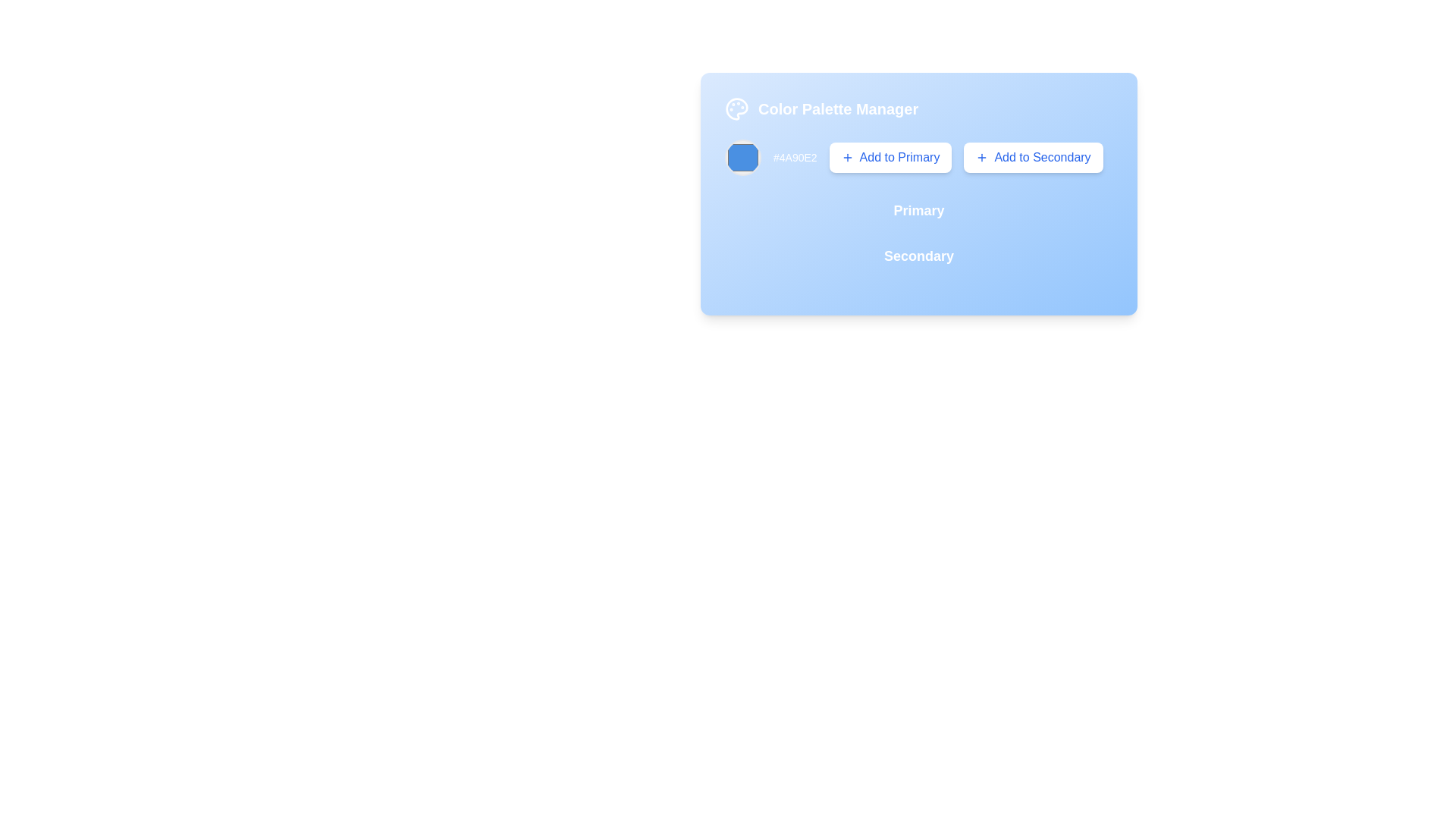 This screenshot has width=1456, height=819. I want to click on the Text Label indicating the primary palette or category context located under the 'Color Palette Manager' header and above the 'Secondary' text, so click(918, 210).